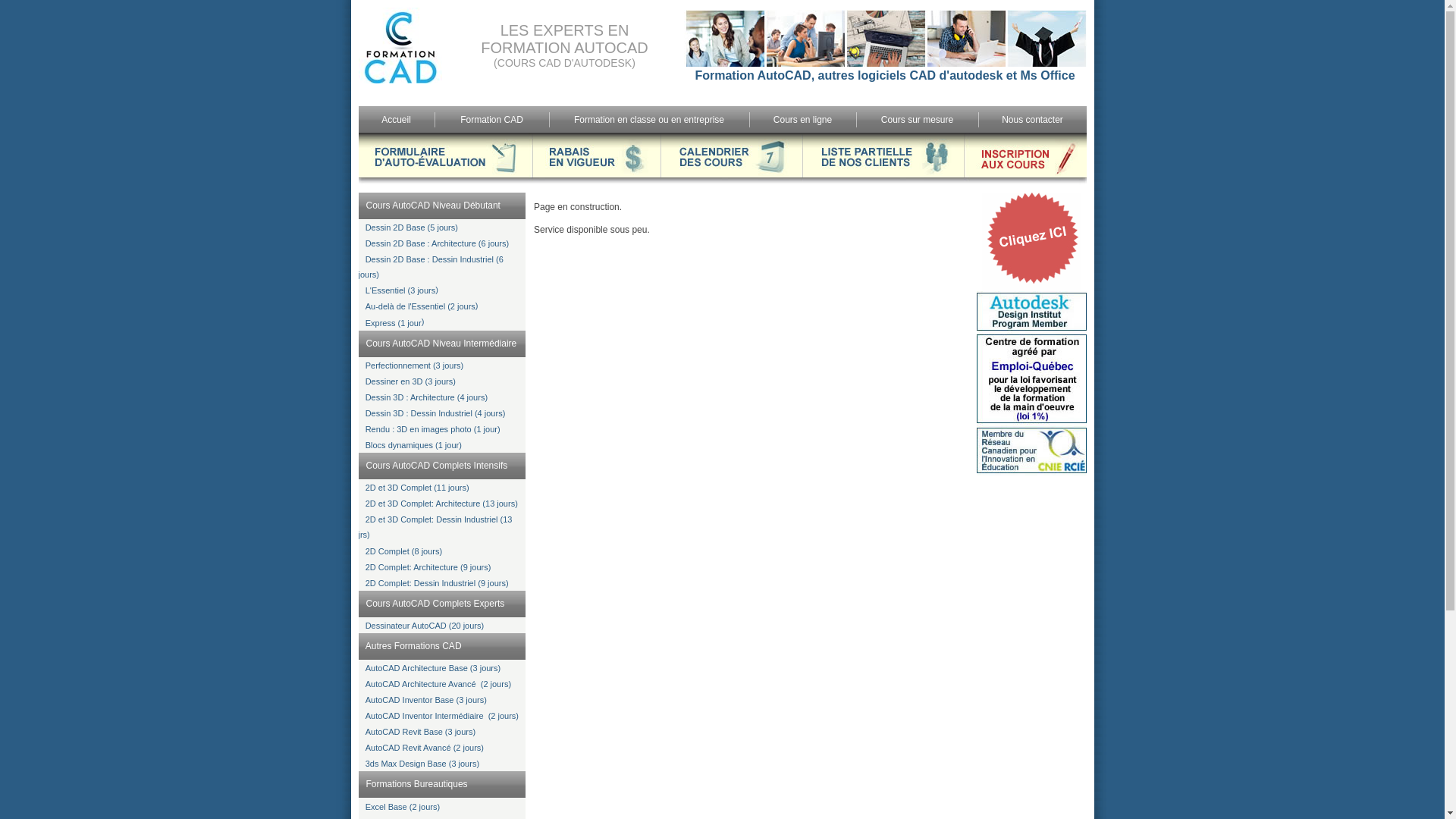 Image resolution: width=1456 pixels, height=819 pixels. Describe the element at coordinates (365, 699) in the screenshot. I see `'AutoCAD Inventor Base (3 jours)'` at that location.